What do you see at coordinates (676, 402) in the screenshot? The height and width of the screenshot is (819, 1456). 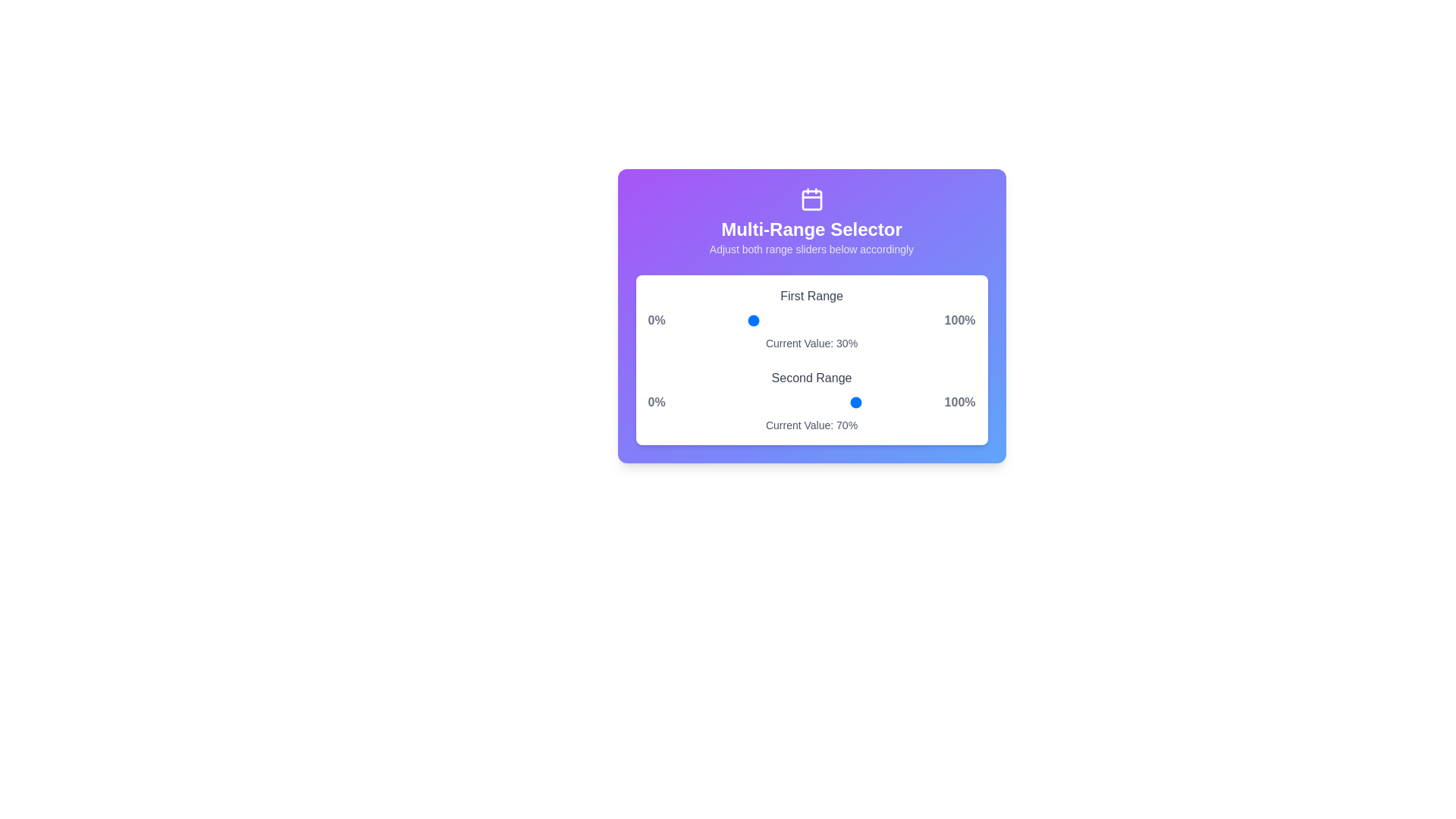 I see `the second slider range` at bounding box center [676, 402].